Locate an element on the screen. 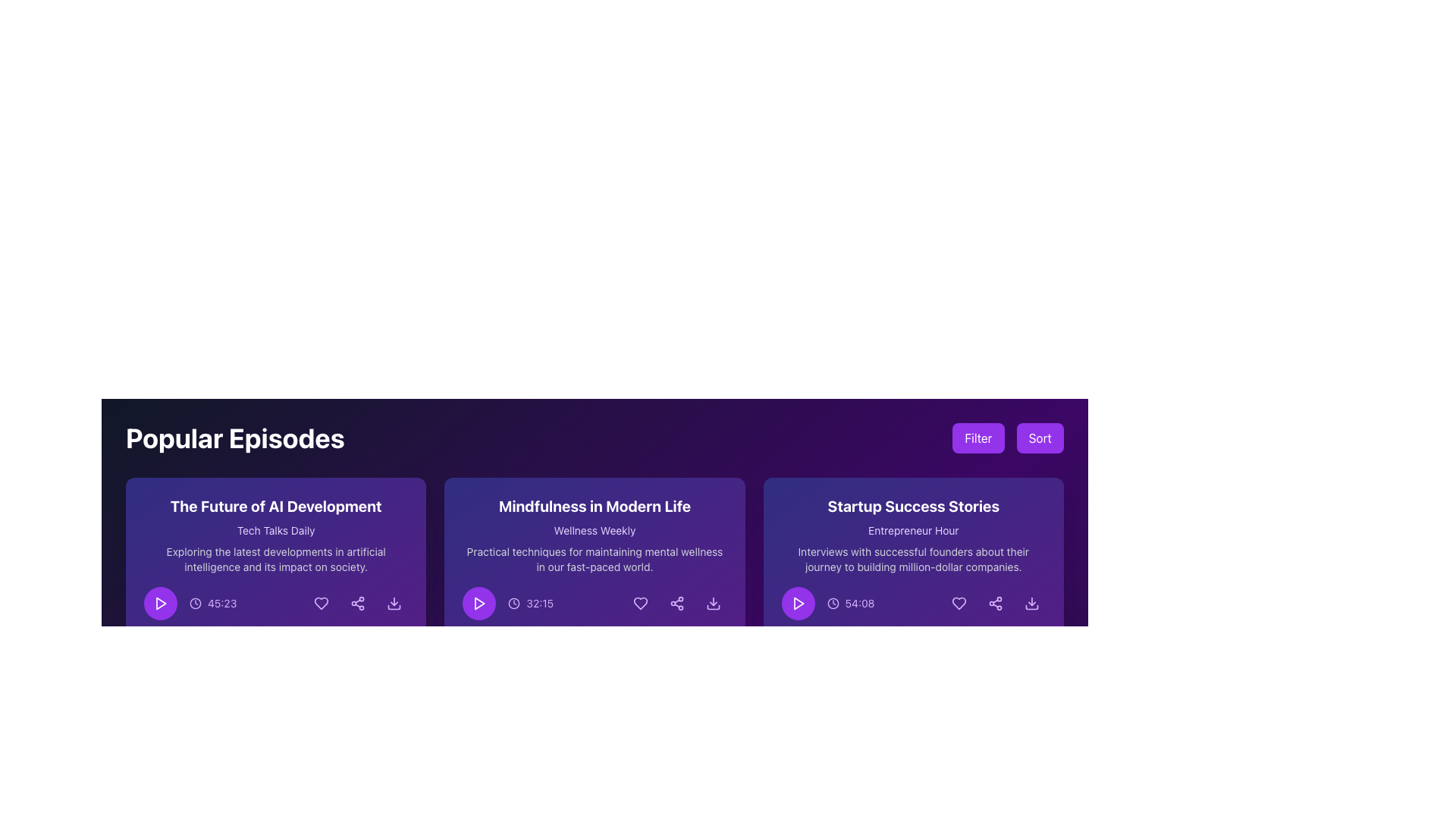  the 'Filter' button, which is a vibrant purple rectangular button with rounded corners containing the text 'Filter' in white, located on the right side of the interface adjacent to the 'Sort' button is located at coordinates (978, 438).